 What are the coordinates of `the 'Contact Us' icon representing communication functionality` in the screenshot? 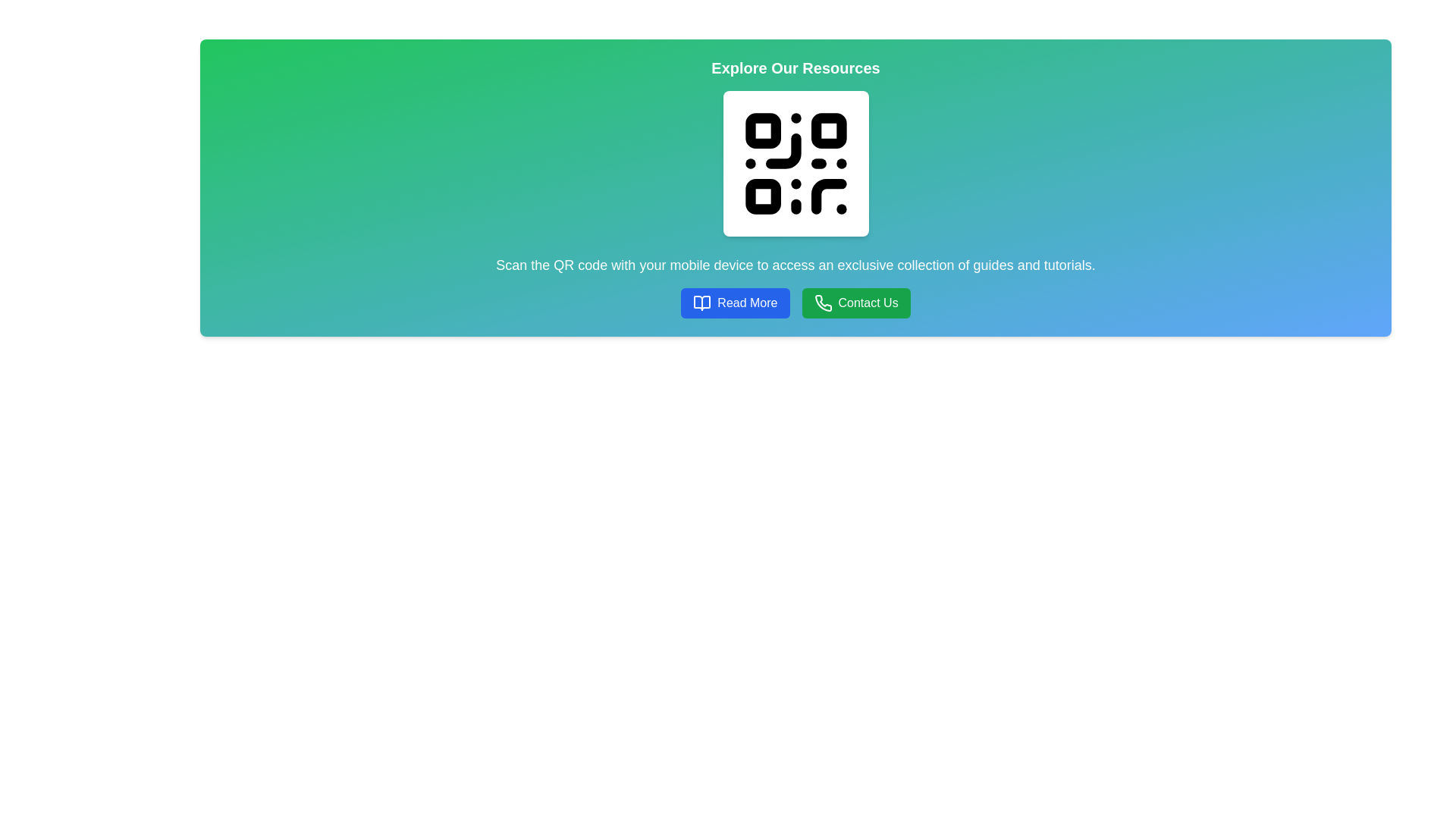 It's located at (822, 303).